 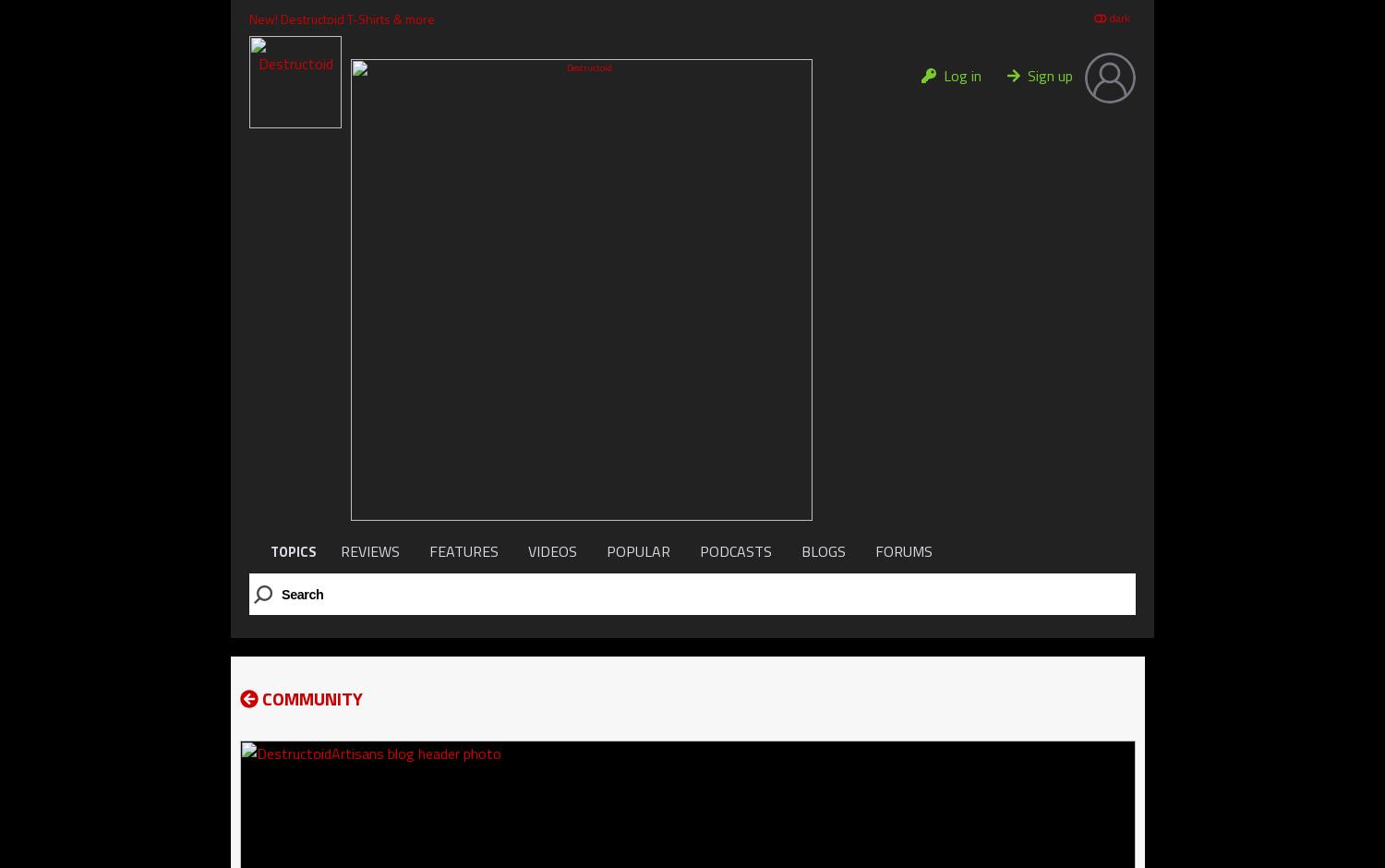 I want to click on 'BLOGS', so click(x=824, y=549).